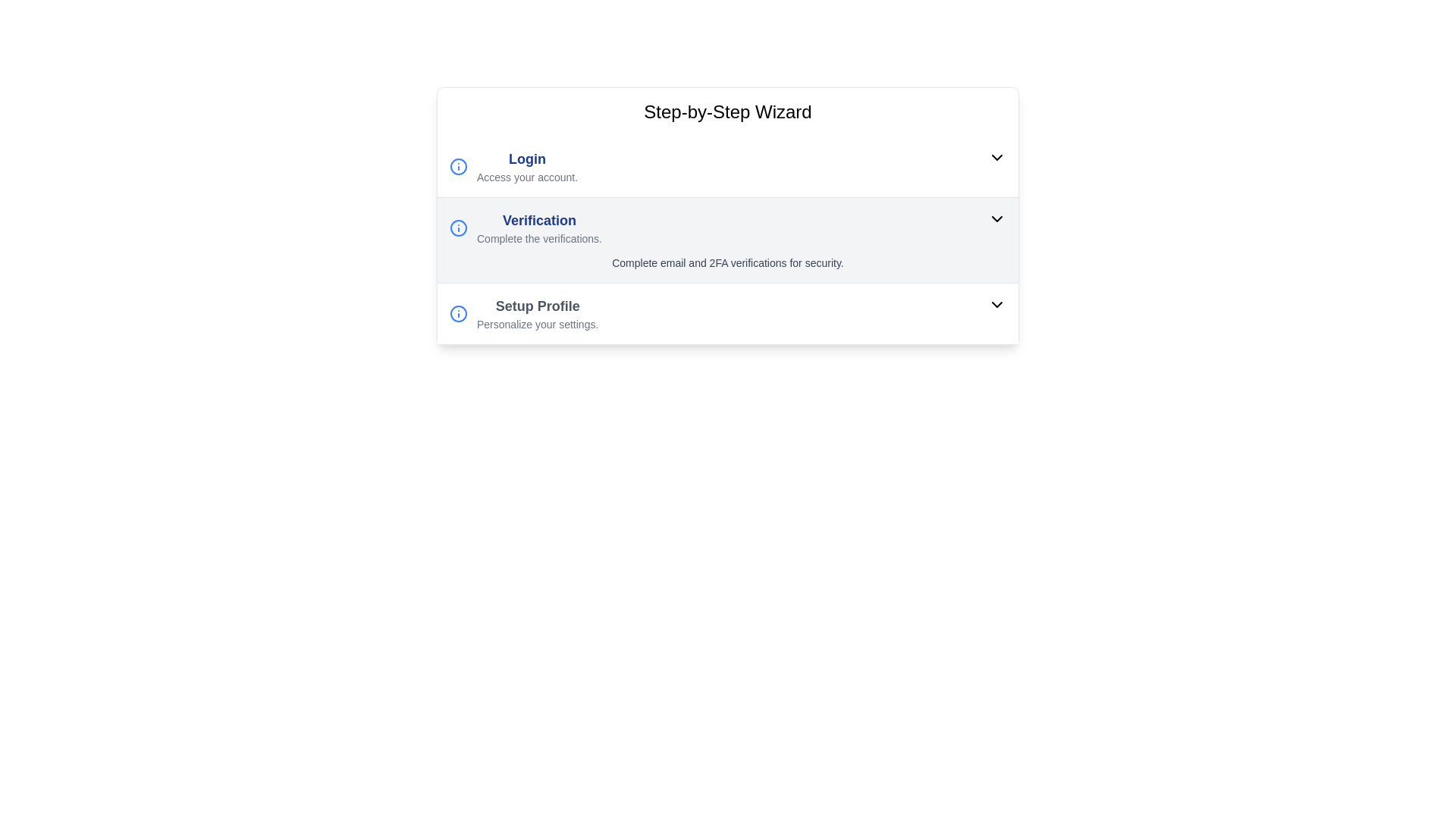 This screenshot has height=819, width=1456. What do you see at coordinates (526, 227) in the screenshot?
I see `the informational block that provides a title and description for the verification step in the wizard interface` at bounding box center [526, 227].